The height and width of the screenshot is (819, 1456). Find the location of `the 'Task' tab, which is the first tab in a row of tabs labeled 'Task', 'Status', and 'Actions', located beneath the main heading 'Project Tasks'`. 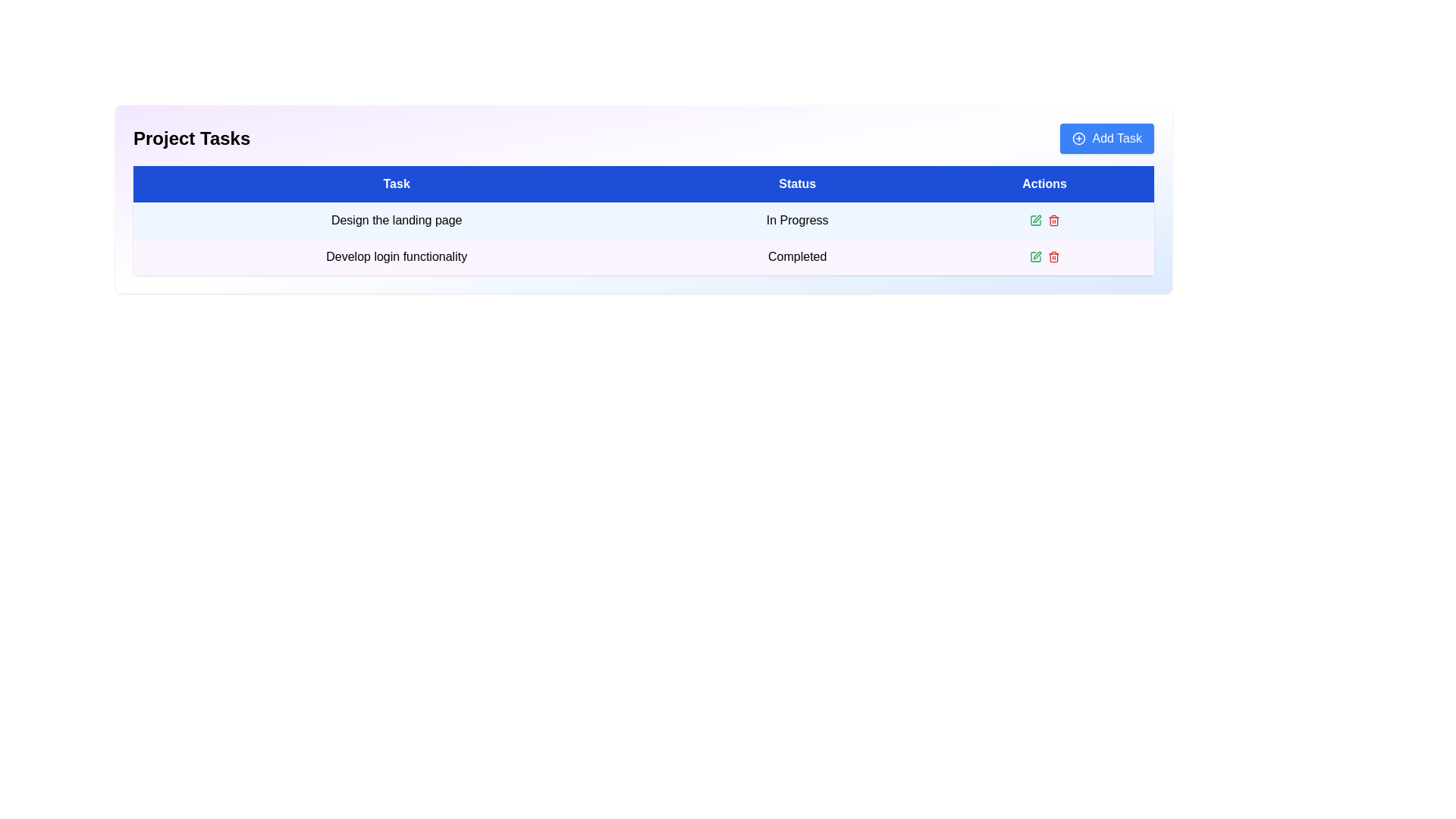

the 'Task' tab, which is the first tab in a row of tabs labeled 'Task', 'Status', and 'Actions', located beneath the main heading 'Project Tasks' is located at coordinates (397, 184).